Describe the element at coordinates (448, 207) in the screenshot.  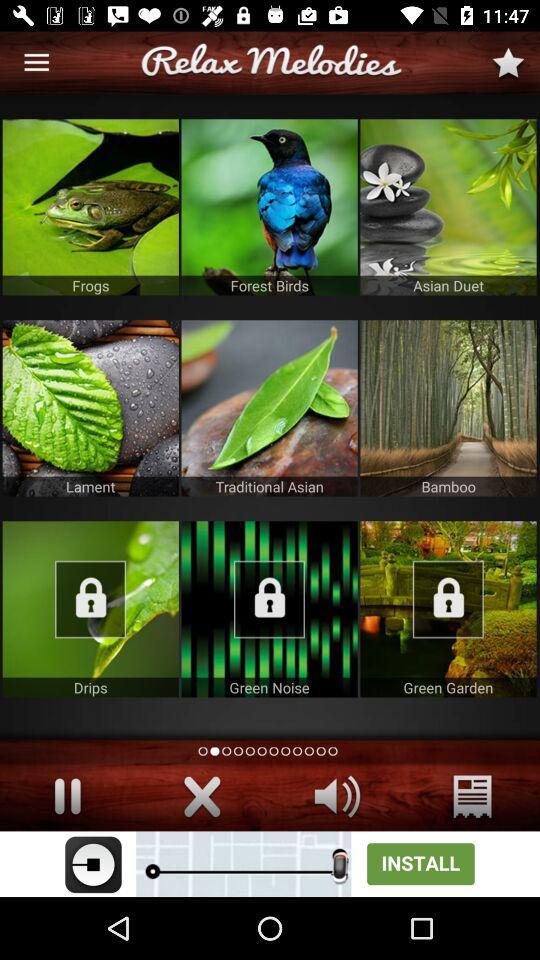
I see `asian duet` at that location.